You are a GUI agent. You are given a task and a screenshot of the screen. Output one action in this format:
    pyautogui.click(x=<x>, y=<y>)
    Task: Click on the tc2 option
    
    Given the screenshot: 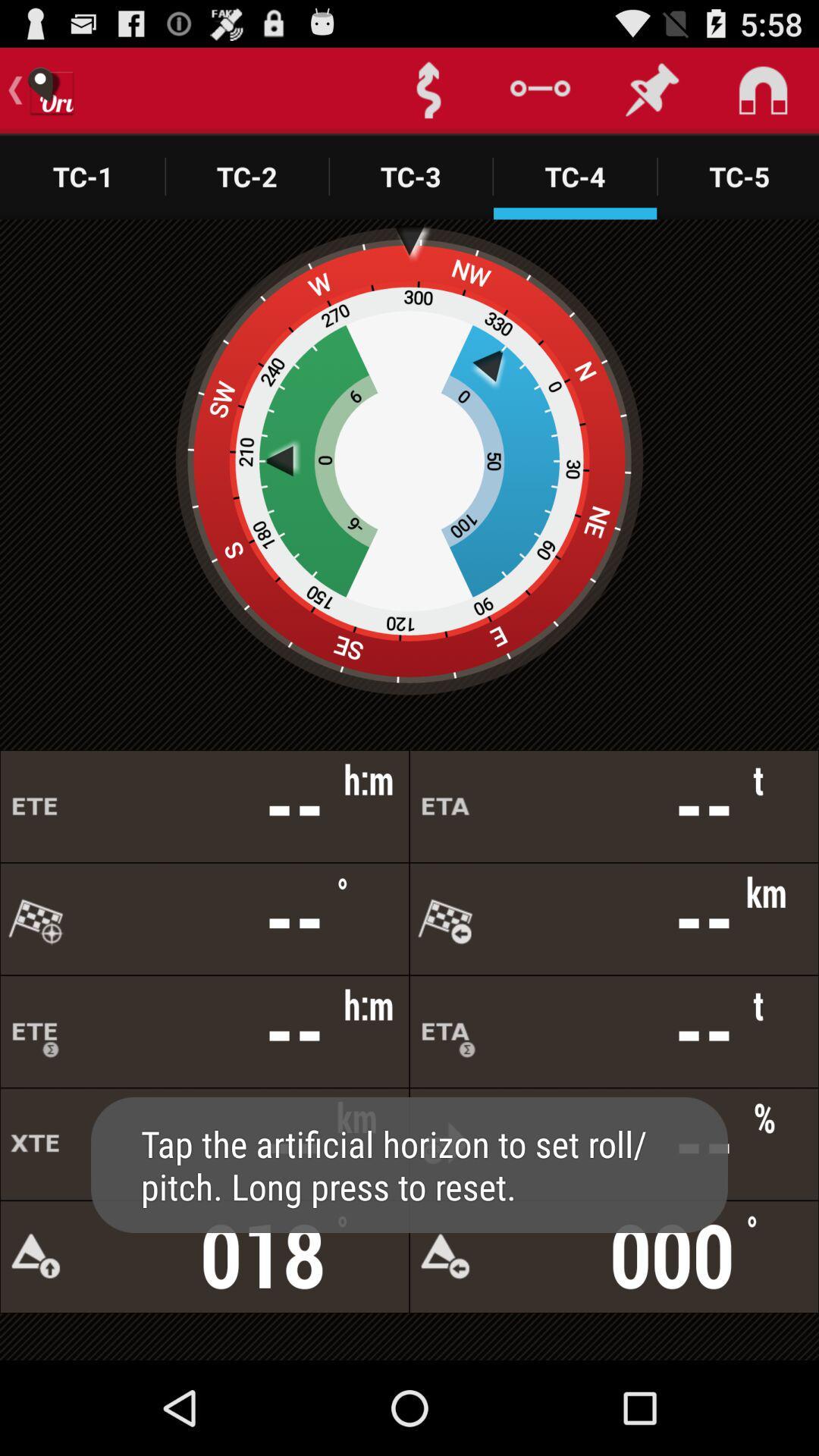 What is the action you would take?
    pyautogui.click(x=246, y=177)
    